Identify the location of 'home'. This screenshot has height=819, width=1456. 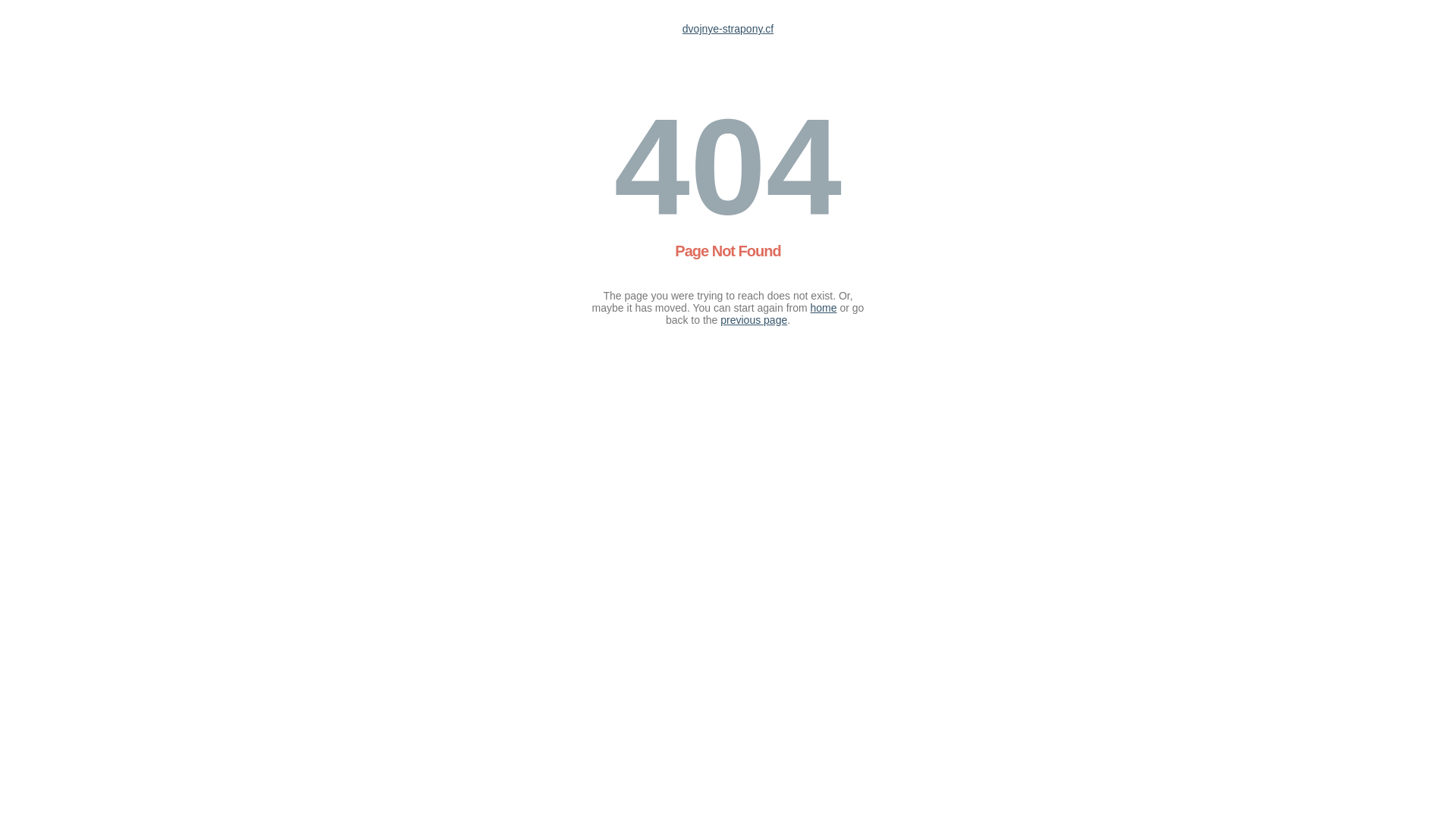
(810, 307).